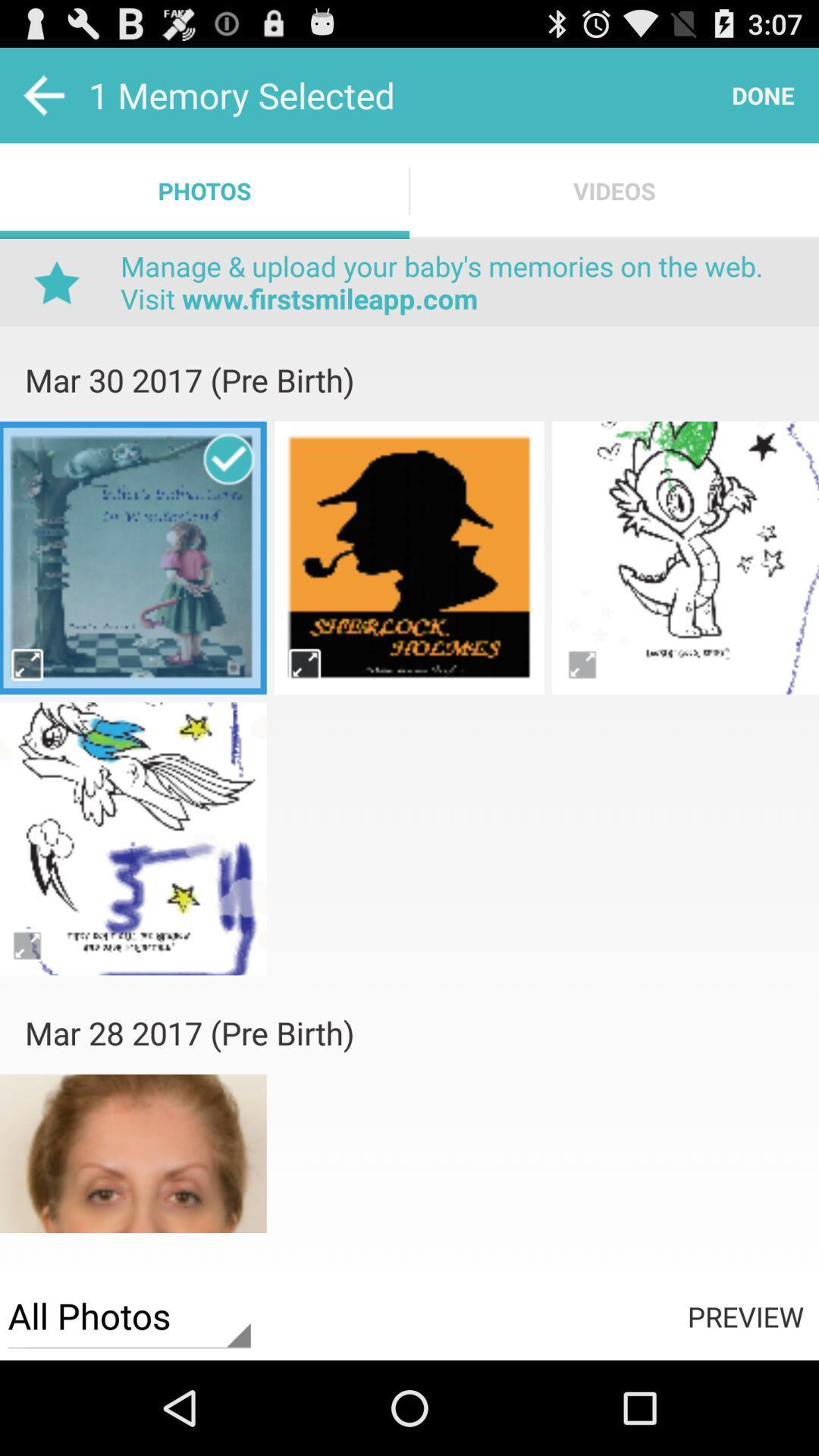  What do you see at coordinates (28, 664) in the screenshot?
I see `full size of the image` at bounding box center [28, 664].